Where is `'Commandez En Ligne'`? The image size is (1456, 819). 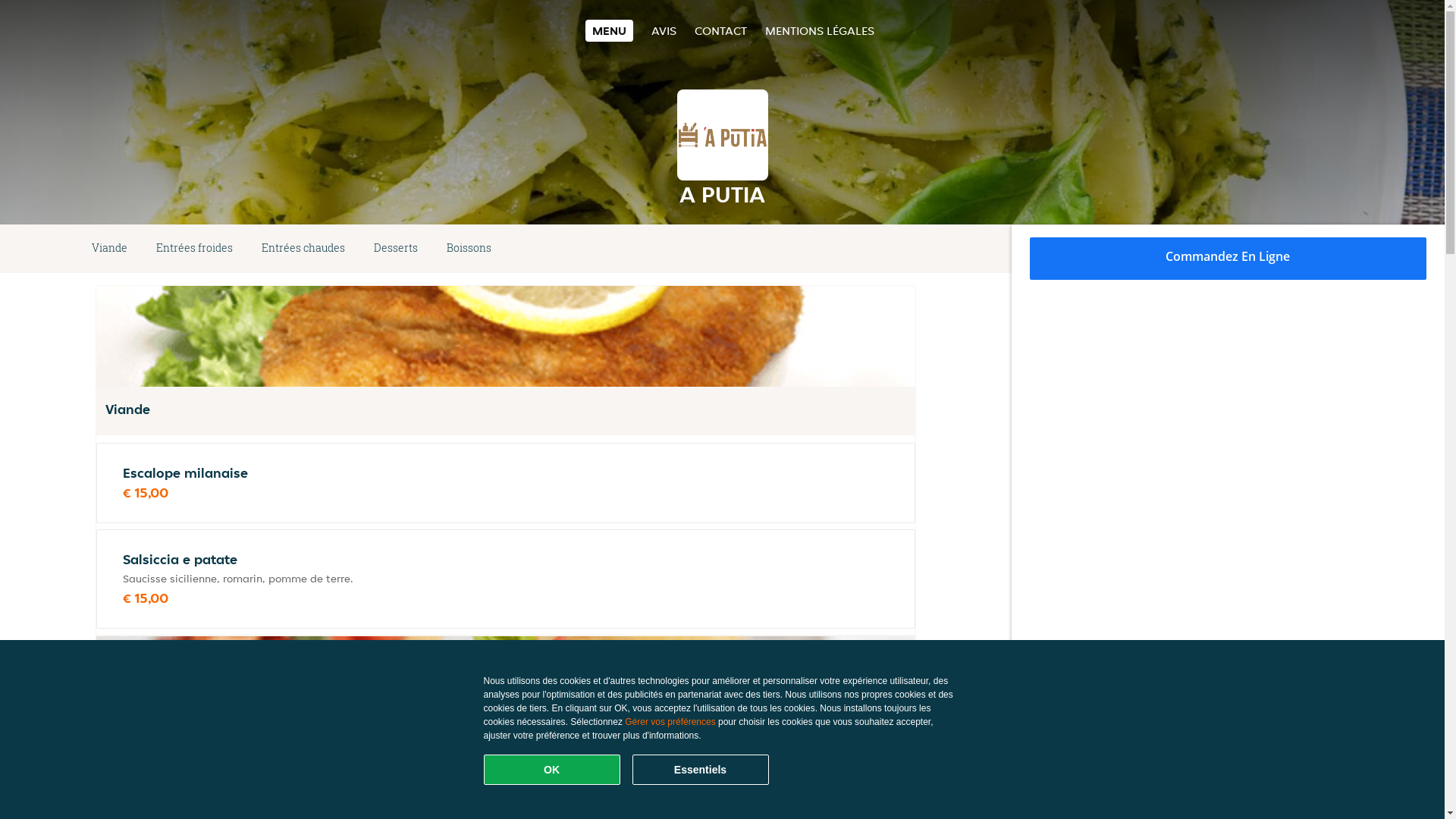
'Commandez En Ligne' is located at coordinates (1228, 257).